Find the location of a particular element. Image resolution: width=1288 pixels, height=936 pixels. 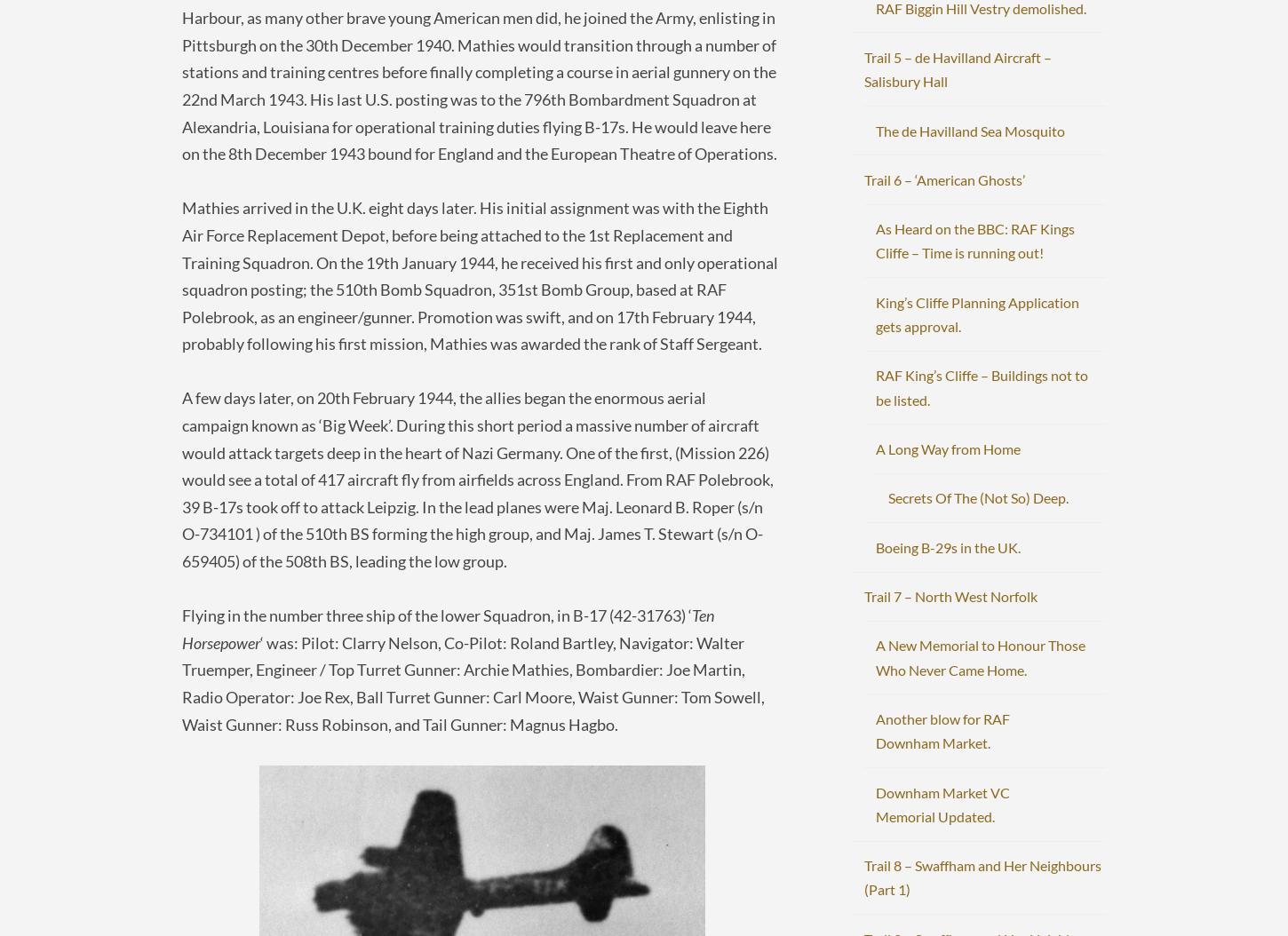

'A few days later, on 20th February 1944, the allies began the enormous aerial campaign known as ‘Big Week’. During this short period a massive number of aircraft would attack targets deep in the heart of Nazi Germany. One of the first, (Mission 226) would see a total of 417 aircraft fly from airfields across England. From RAF Polebrook, 39 B-17s took off to attack Leipzig. In the lead planes were Maj. Leonard B. Roper (s/n O-734101 ) of the 510th BS forming the high group, and Maj. James T. Stewart (s/n O-659405) of the 508th BS, leading the low group.' is located at coordinates (181, 479).